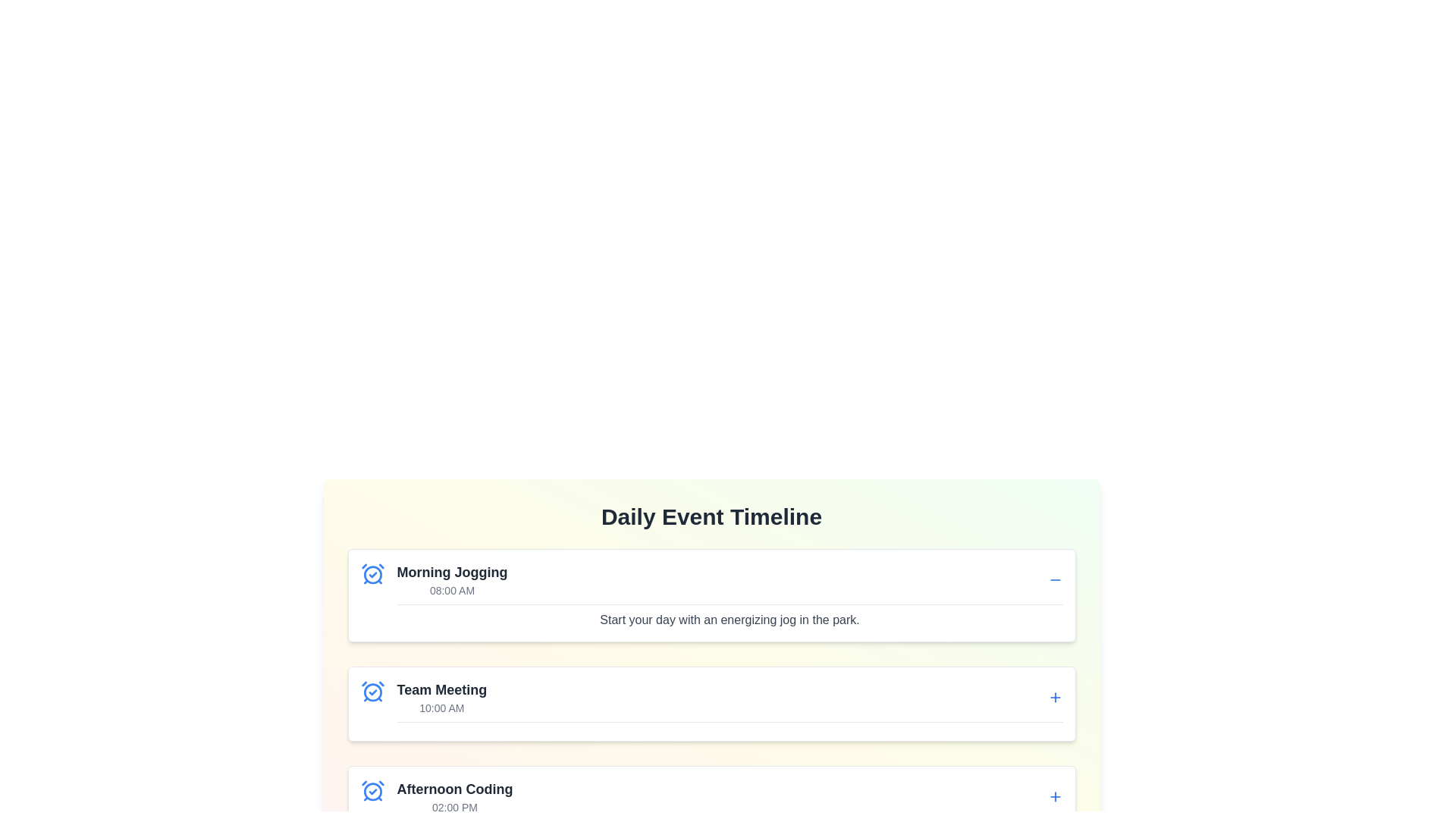  Describe the element at coordinates (372, 575) in the screenshot. I see `the alarm clock icon component which serves as a visual cue for reminders related to the 'Morning Jogging' event` at that location.